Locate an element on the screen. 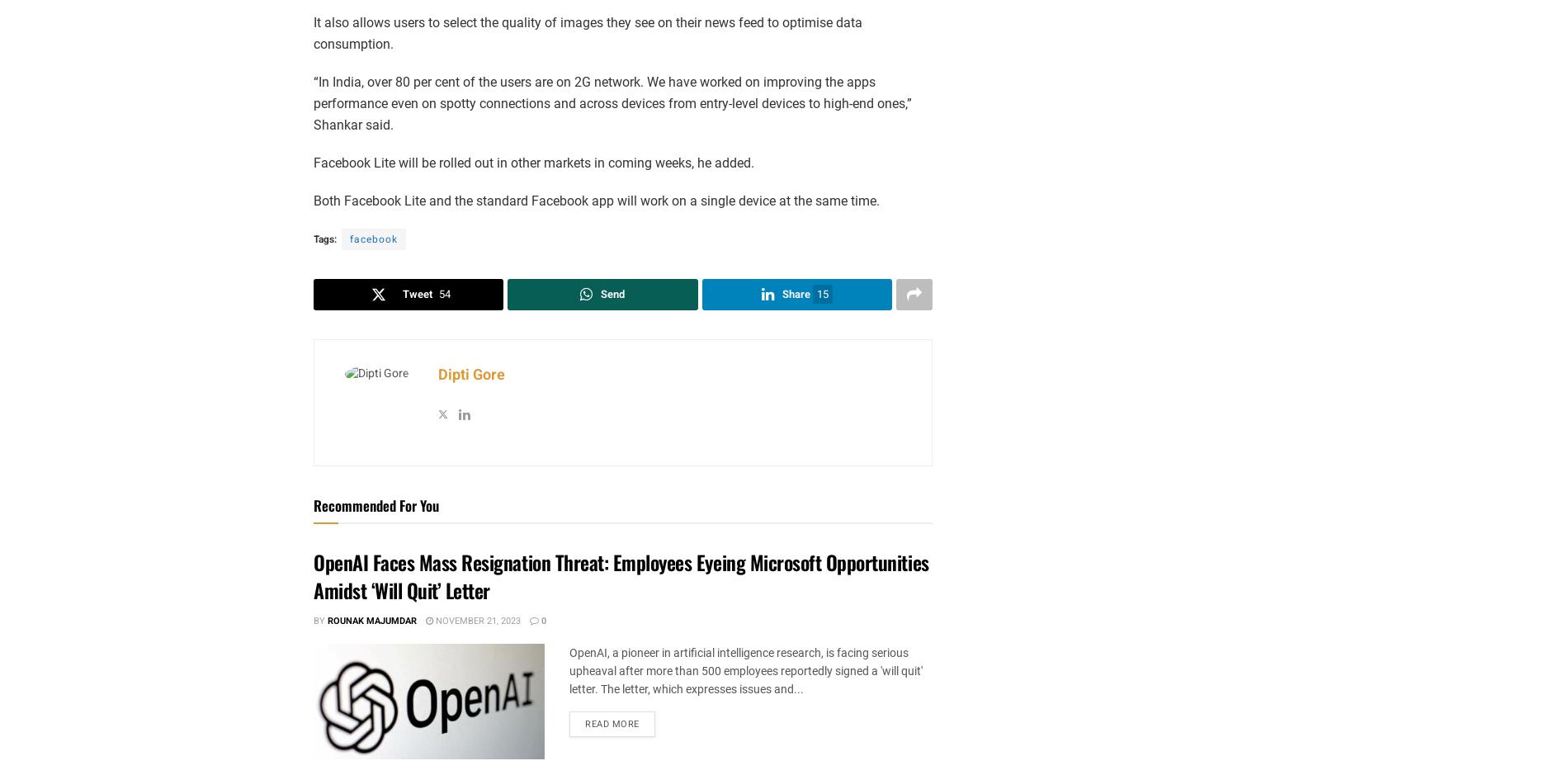 This screenshot has height=775, width=1568. 'Dipti Gore' is located at coordinates (438, 375).